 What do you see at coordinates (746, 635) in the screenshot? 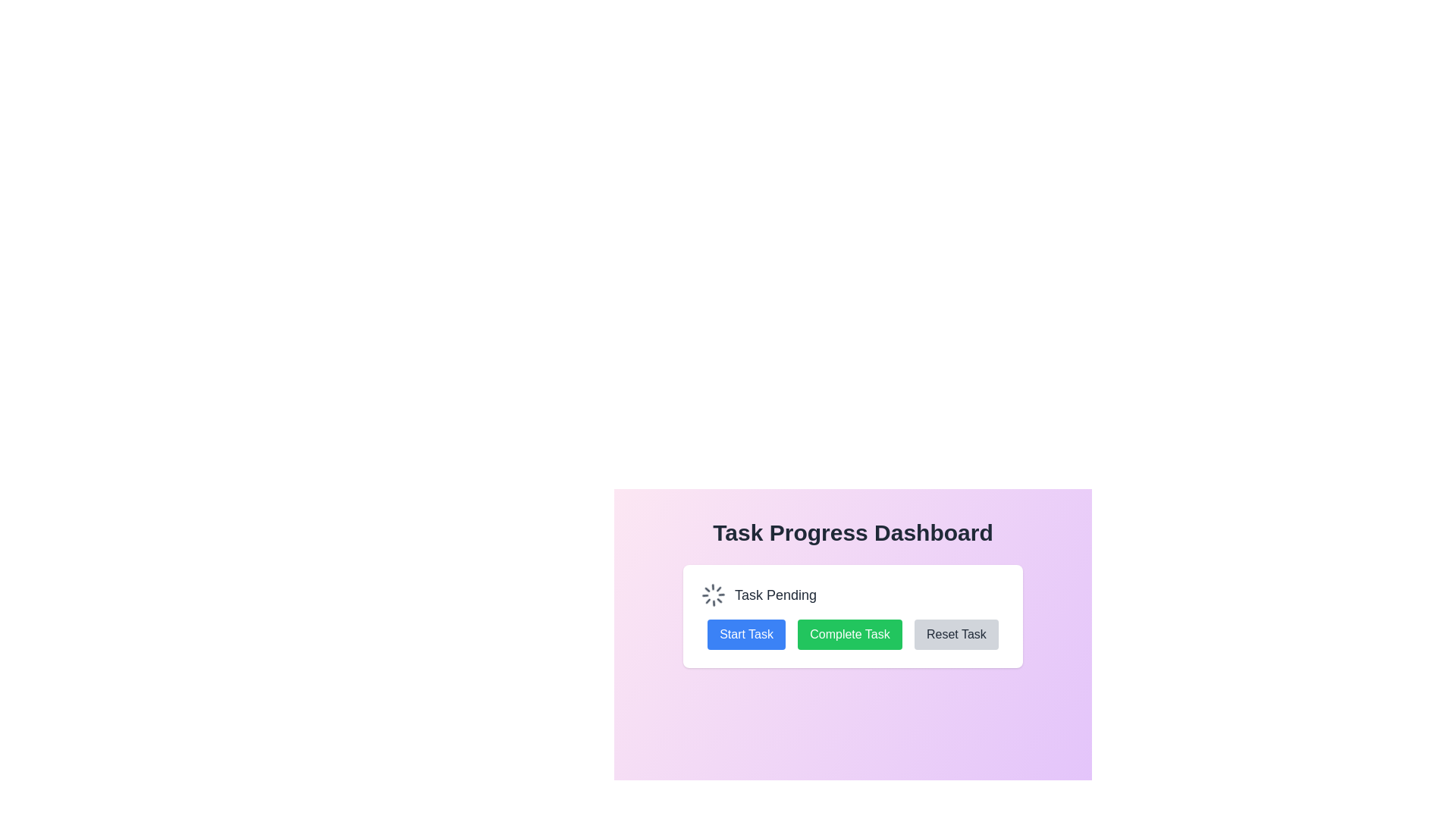
I see `the leftmost button in a row of three buttons` at bounding box center [746, 635].